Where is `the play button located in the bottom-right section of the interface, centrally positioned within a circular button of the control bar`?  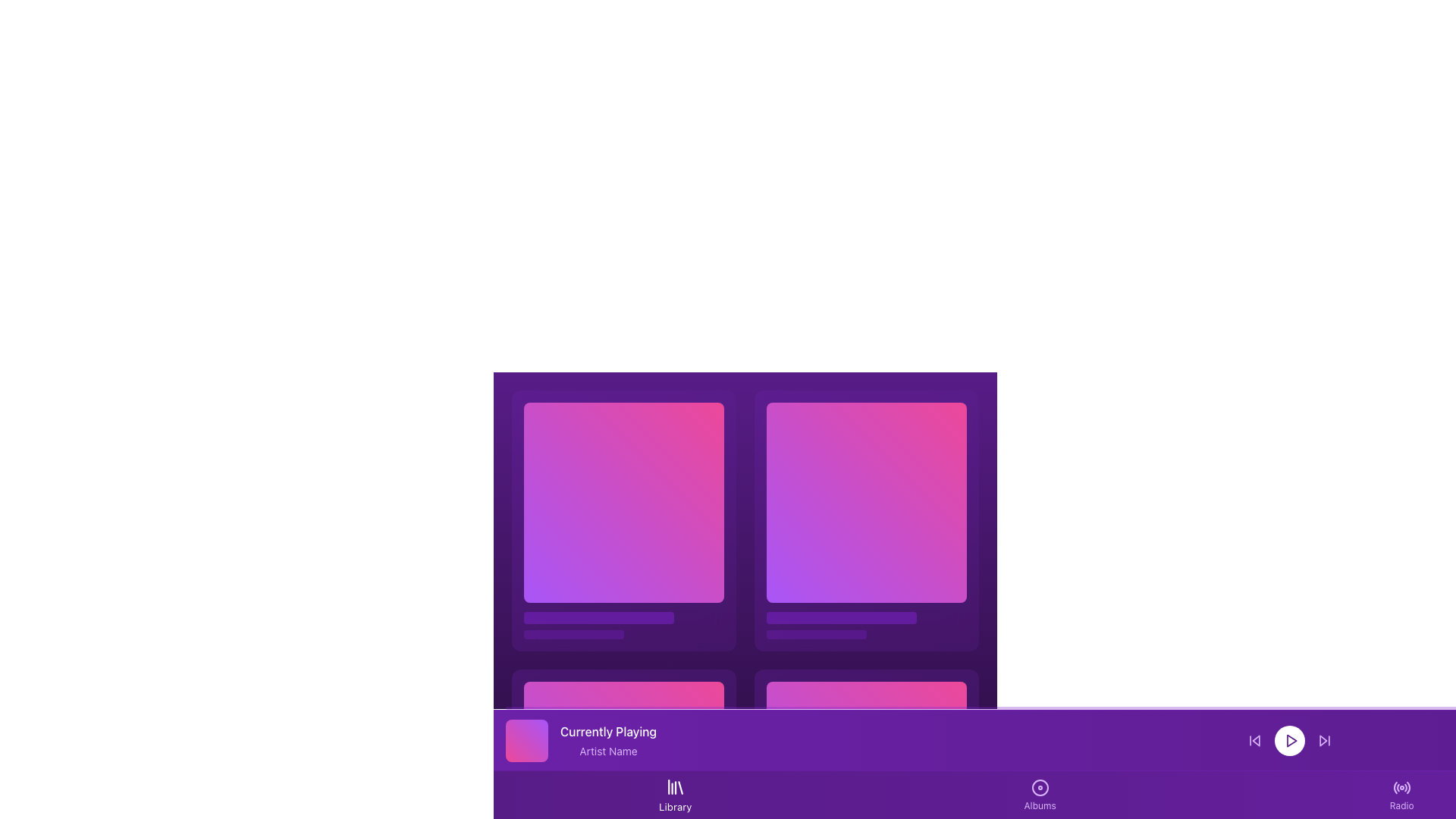 the play button located in the bottom-right section of the interface, centrally positioned within a circular button of the control bar is located at coordinates (1290, 739).